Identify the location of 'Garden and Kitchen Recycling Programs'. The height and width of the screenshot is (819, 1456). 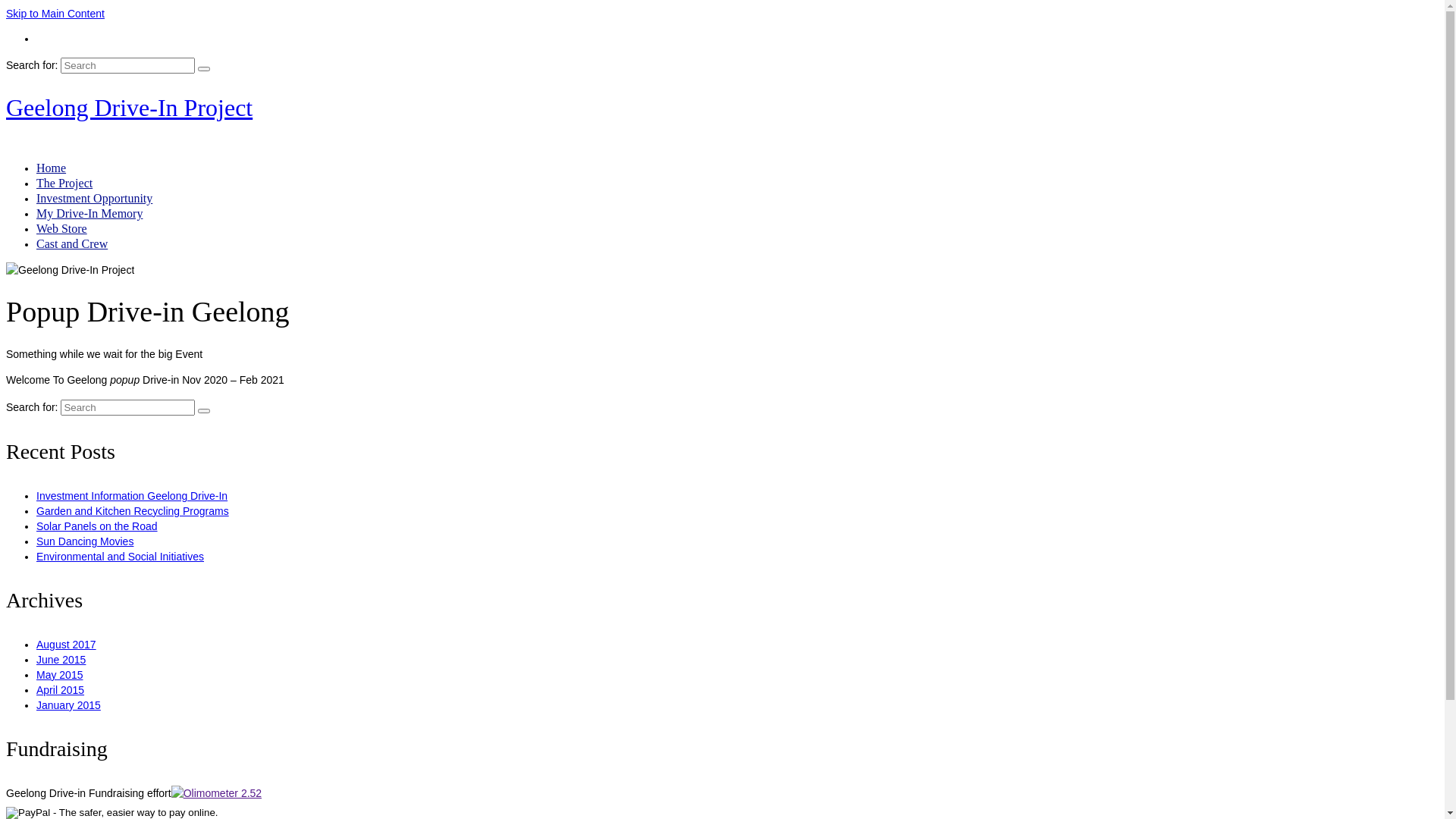
(132, 511).